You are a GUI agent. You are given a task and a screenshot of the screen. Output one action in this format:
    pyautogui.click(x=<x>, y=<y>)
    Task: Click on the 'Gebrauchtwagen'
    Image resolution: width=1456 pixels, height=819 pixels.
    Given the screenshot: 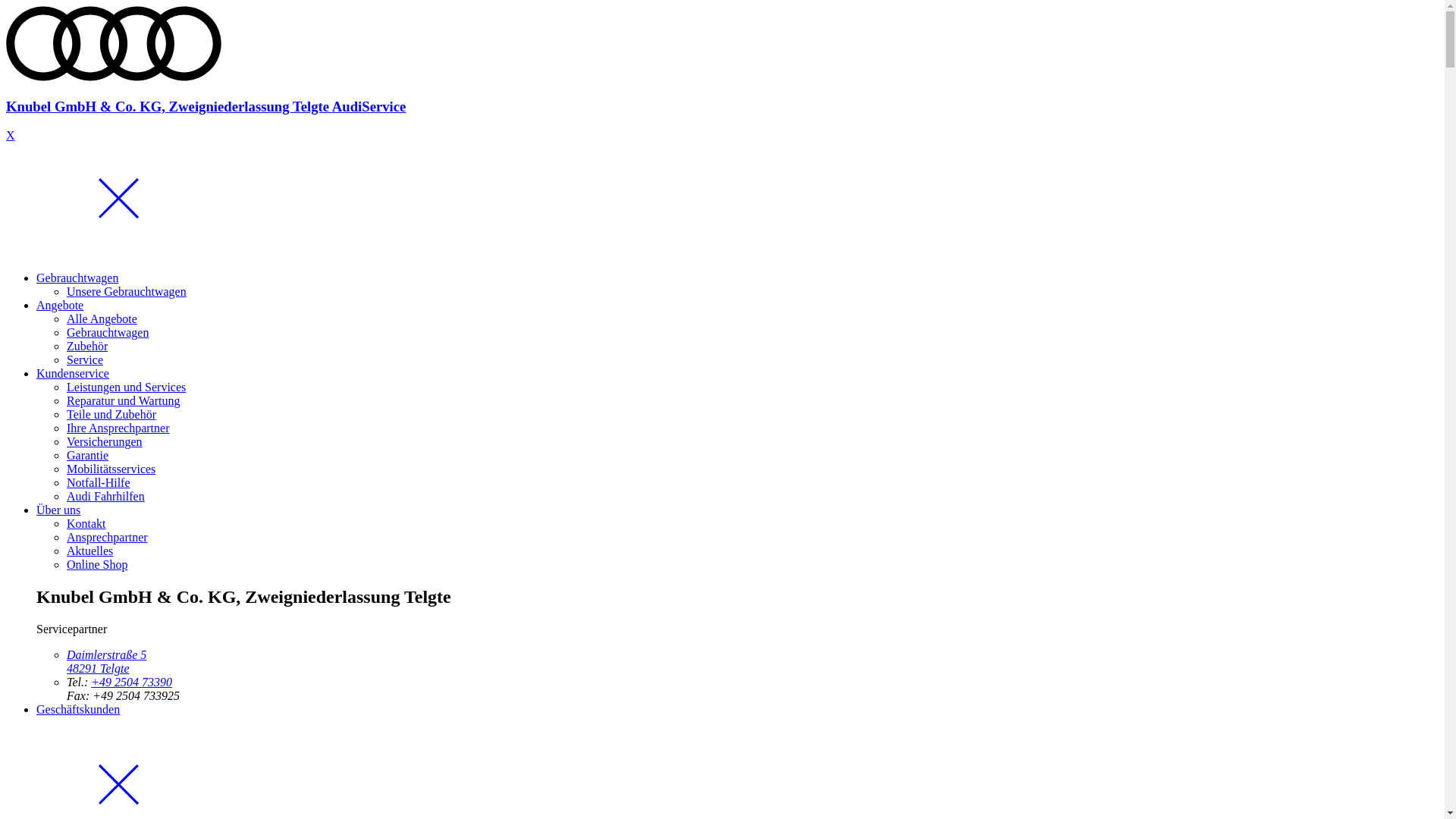 What is the action you would take?
    pyautogui.click(x=76, y=278)
    